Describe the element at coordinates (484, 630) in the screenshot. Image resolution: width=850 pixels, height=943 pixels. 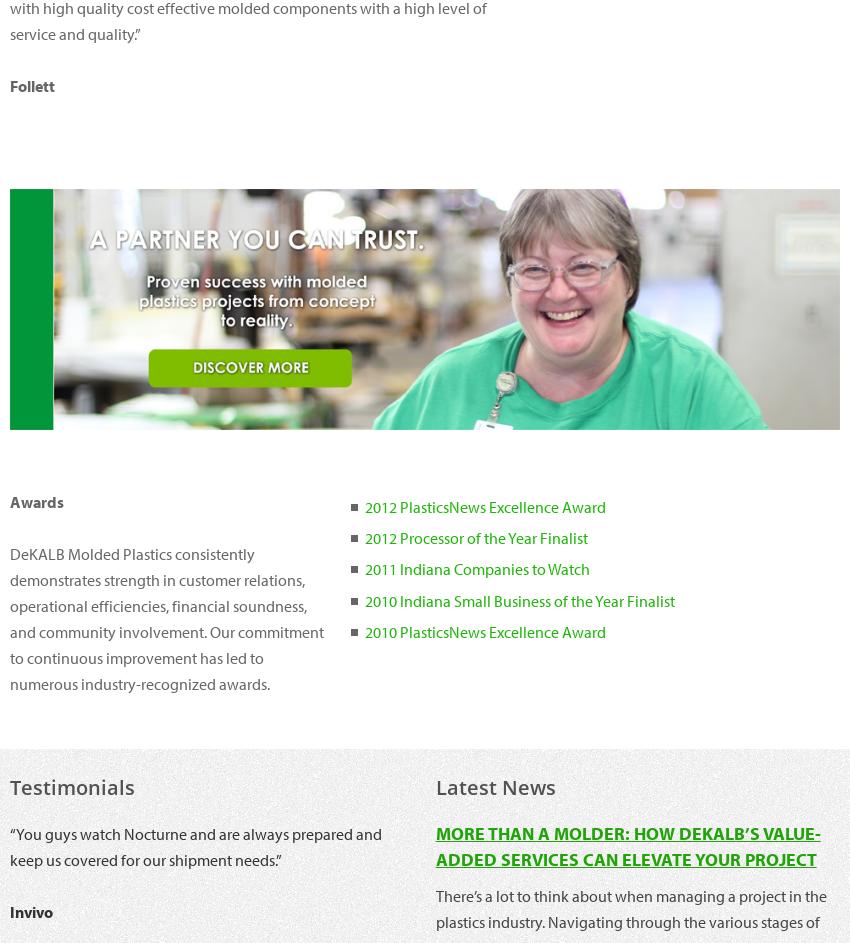
I see `'2010 PlasticsNews Excellence Award'` at that location.